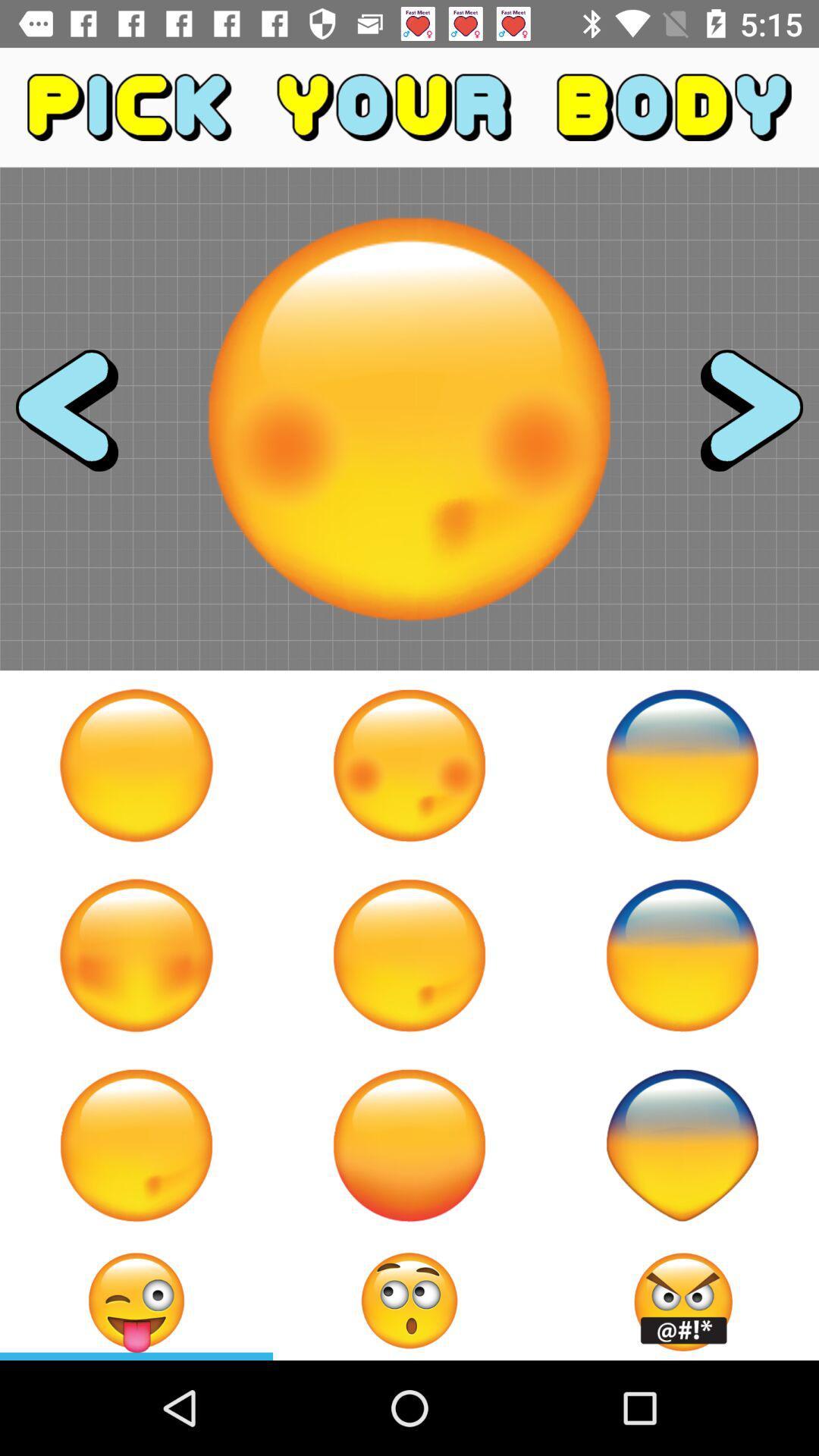 The image size is (819, 1456). I want to click on open a menu, so click(409, 1300).